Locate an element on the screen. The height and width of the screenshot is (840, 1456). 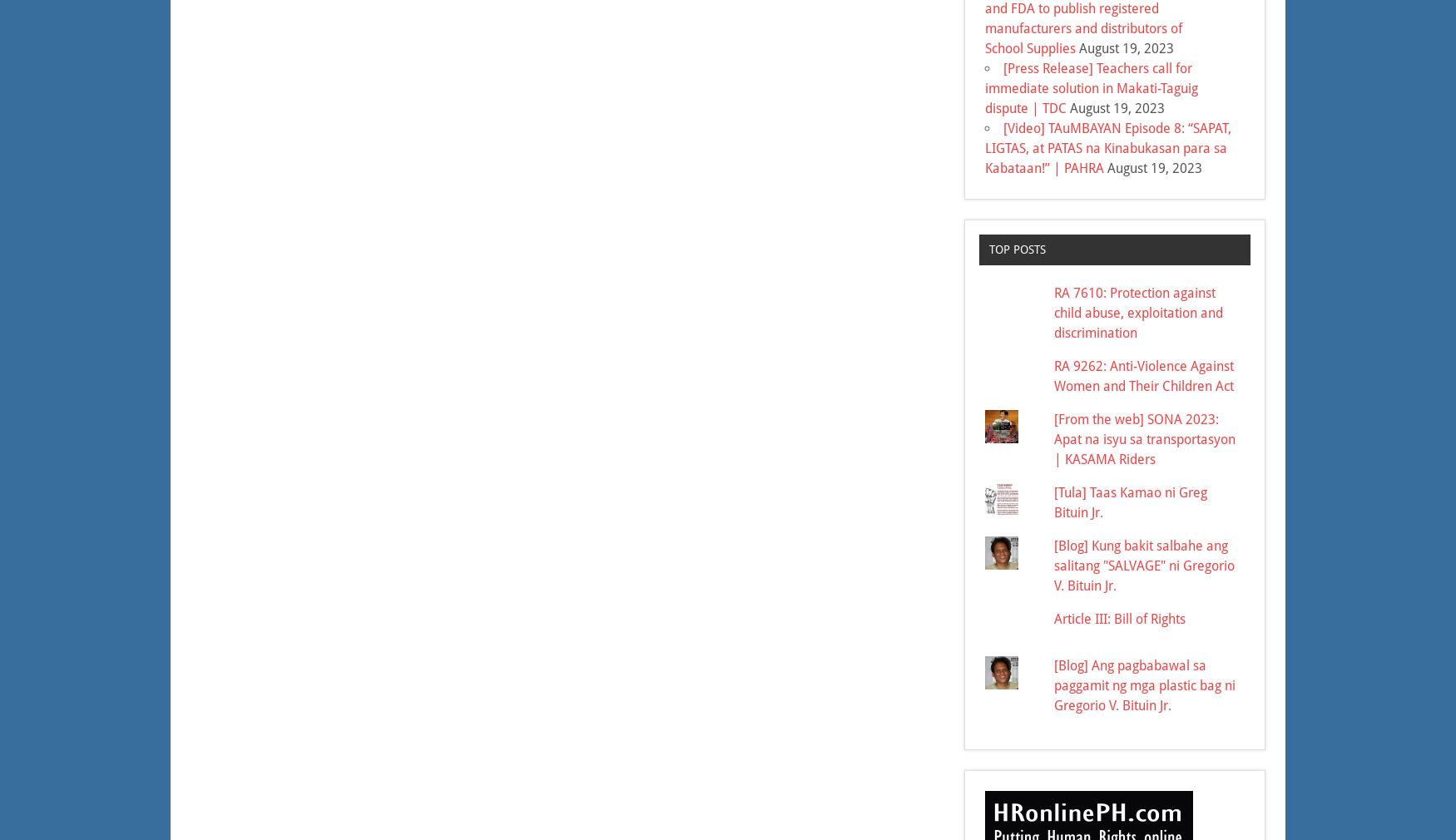
'[Video] TAuMBAYAN Episode 8: “SAPAT, LIGTAS, at PATAS na Kinabukasan para sa Kabataan!” | PAHRA' is located at coordinates (1107, 147).